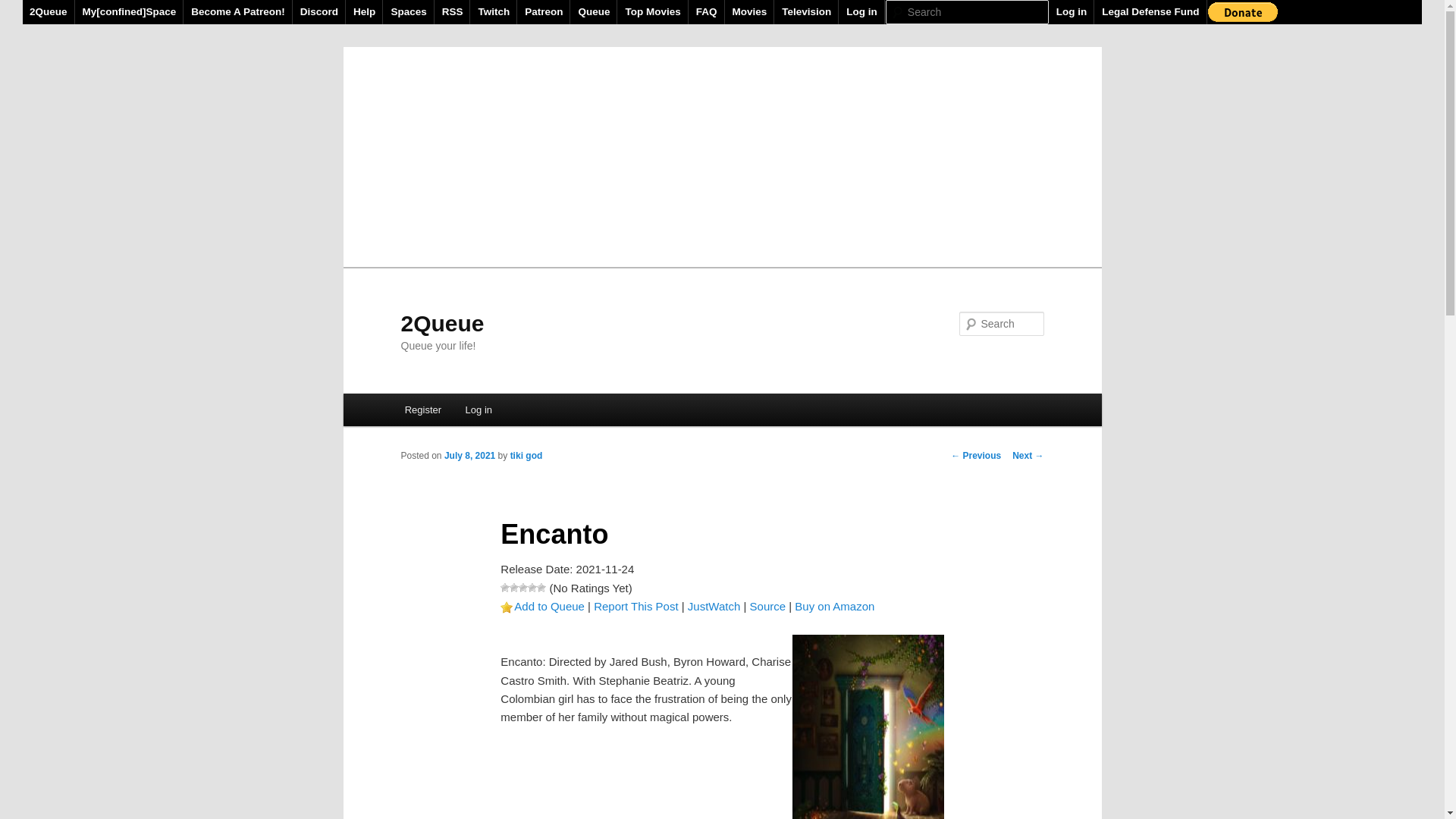  Describe the element at coordinates (548, 605) in the screenshot. I see `'Add to Queue'` at that location.